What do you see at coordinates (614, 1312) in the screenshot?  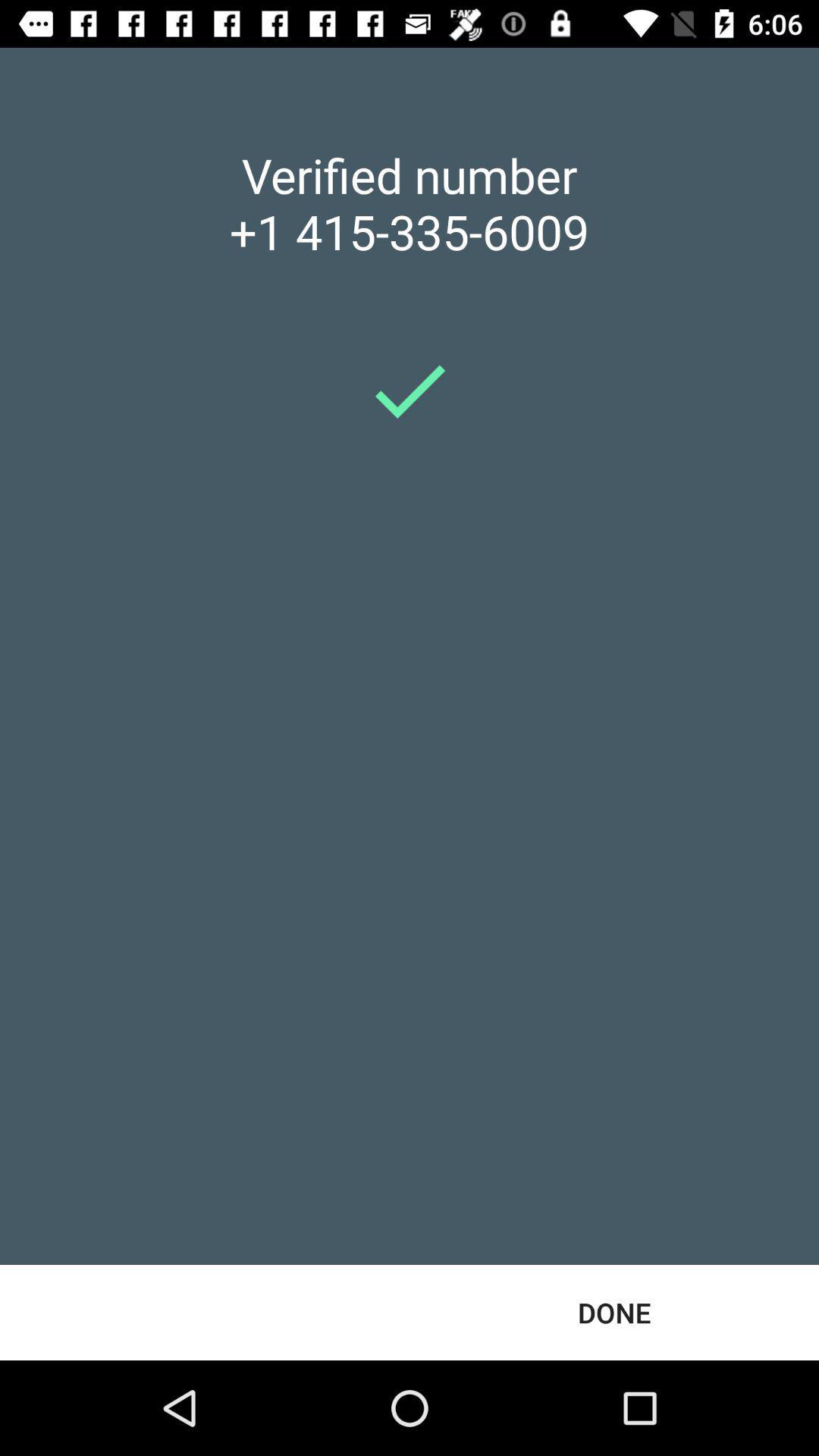 I see `the done item` at bounding box center [614, 1312].